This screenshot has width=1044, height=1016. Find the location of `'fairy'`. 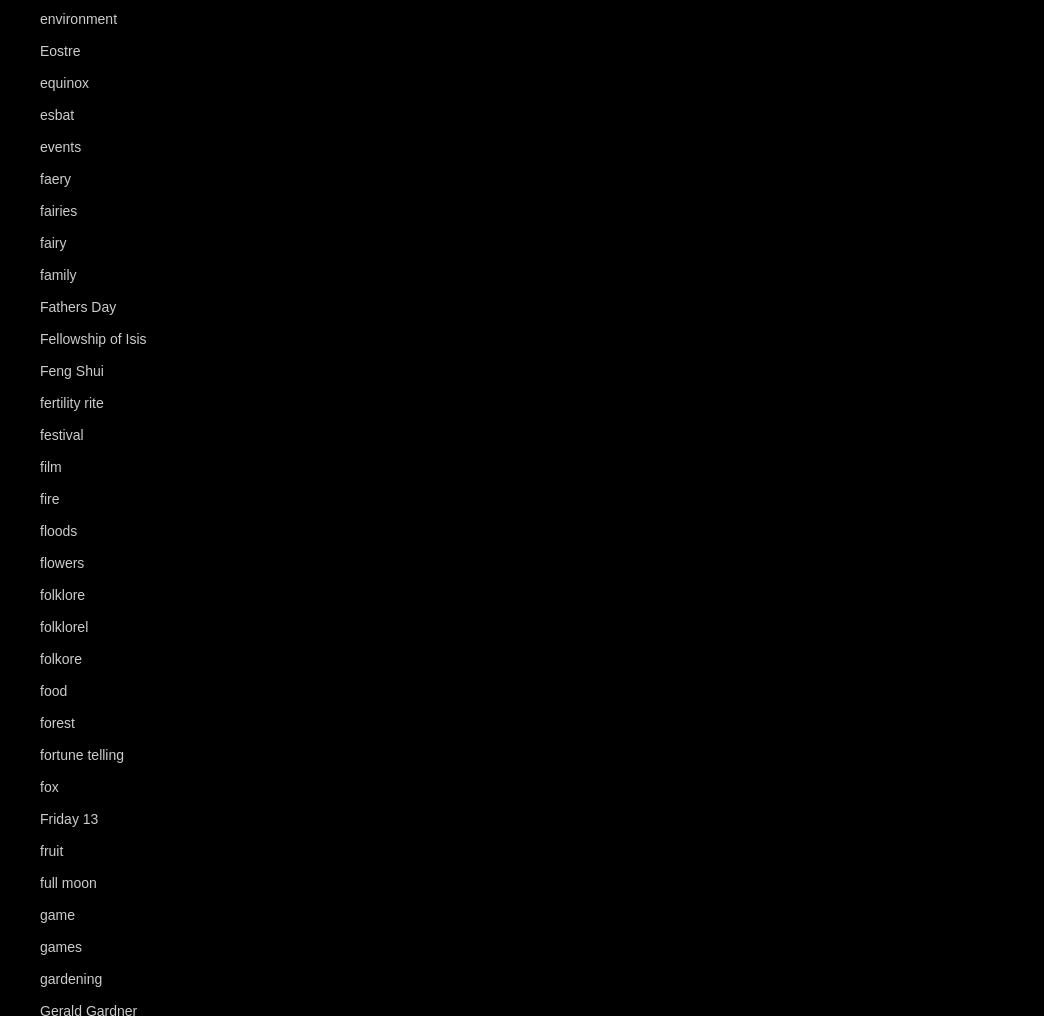

'fairy' is located at coordinates (52, 243).